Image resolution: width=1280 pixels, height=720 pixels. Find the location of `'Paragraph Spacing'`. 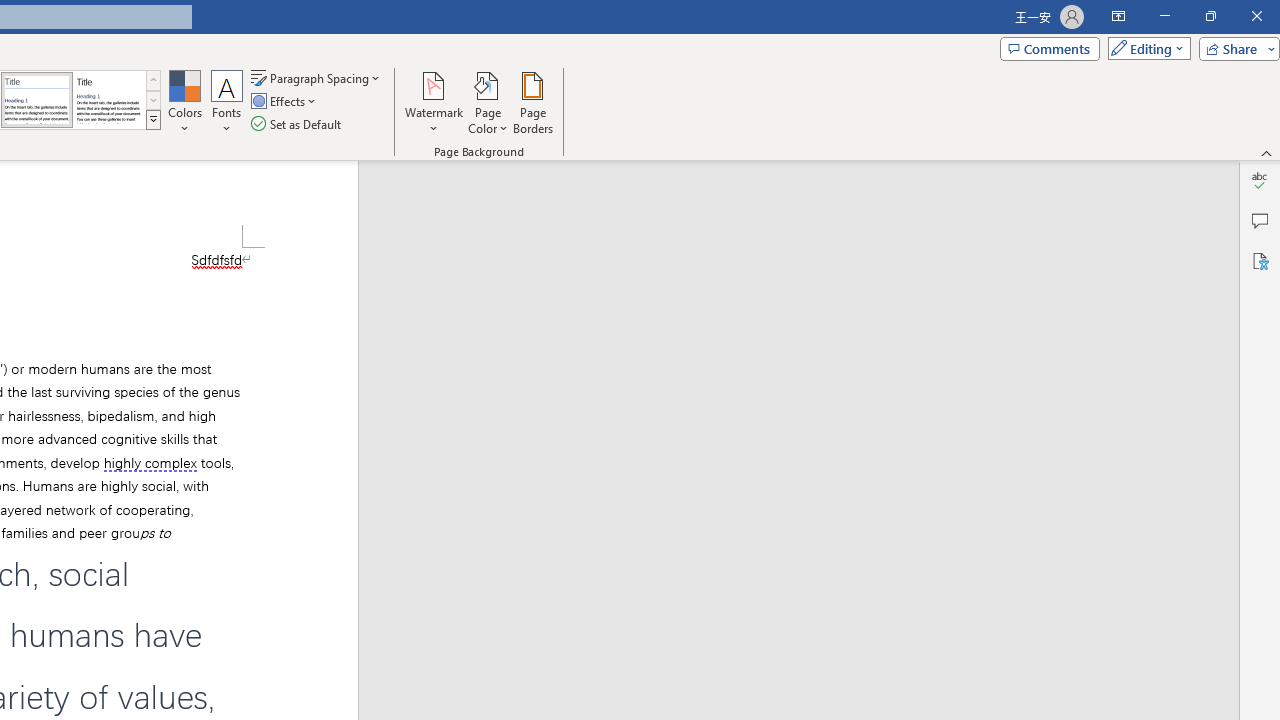

'Paragraph Spacing' is located at coordinates (316, 77).